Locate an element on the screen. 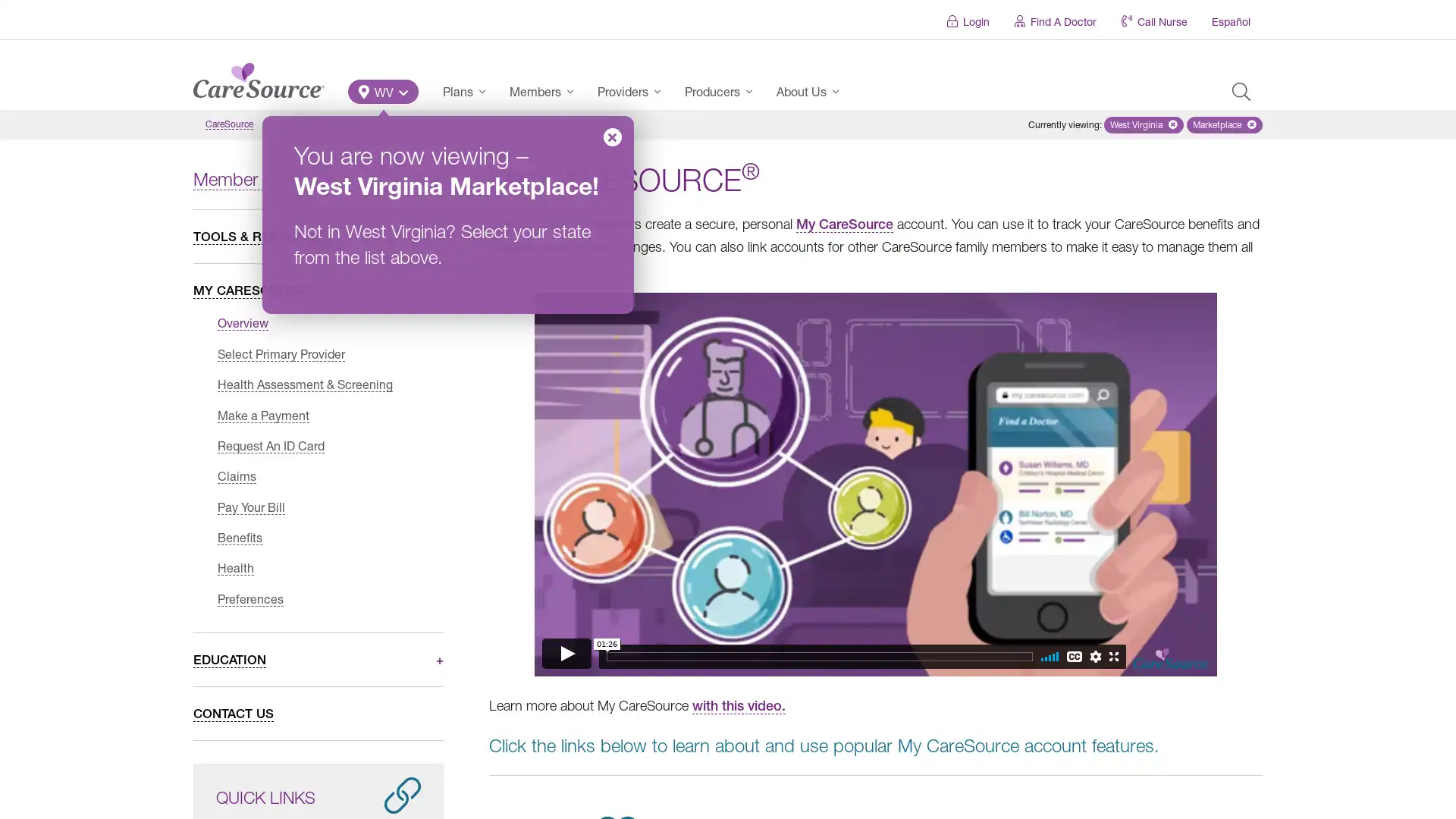 This screenshot has height=819, width=1456. Remove selected state 'West Virginia' is located at coordinates (1144, 124).